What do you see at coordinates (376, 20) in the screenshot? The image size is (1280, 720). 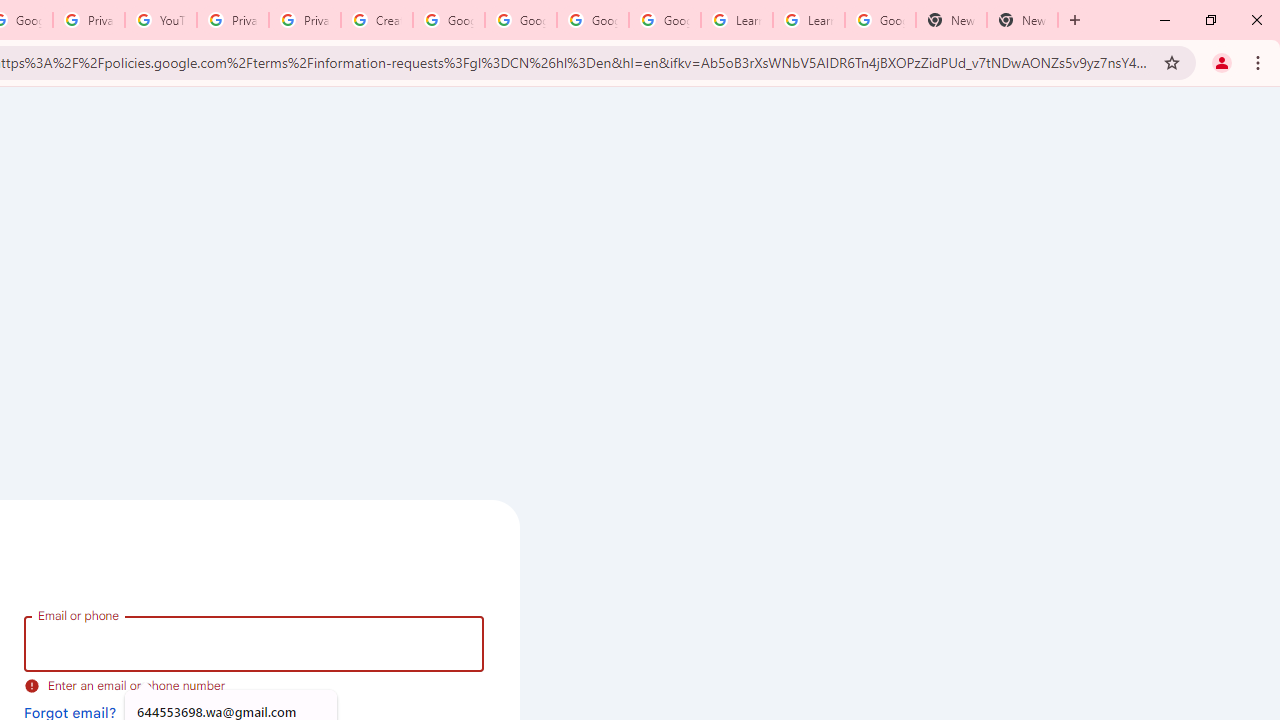 I see `'Create your Google Account'` at bounding box center [376, 20].